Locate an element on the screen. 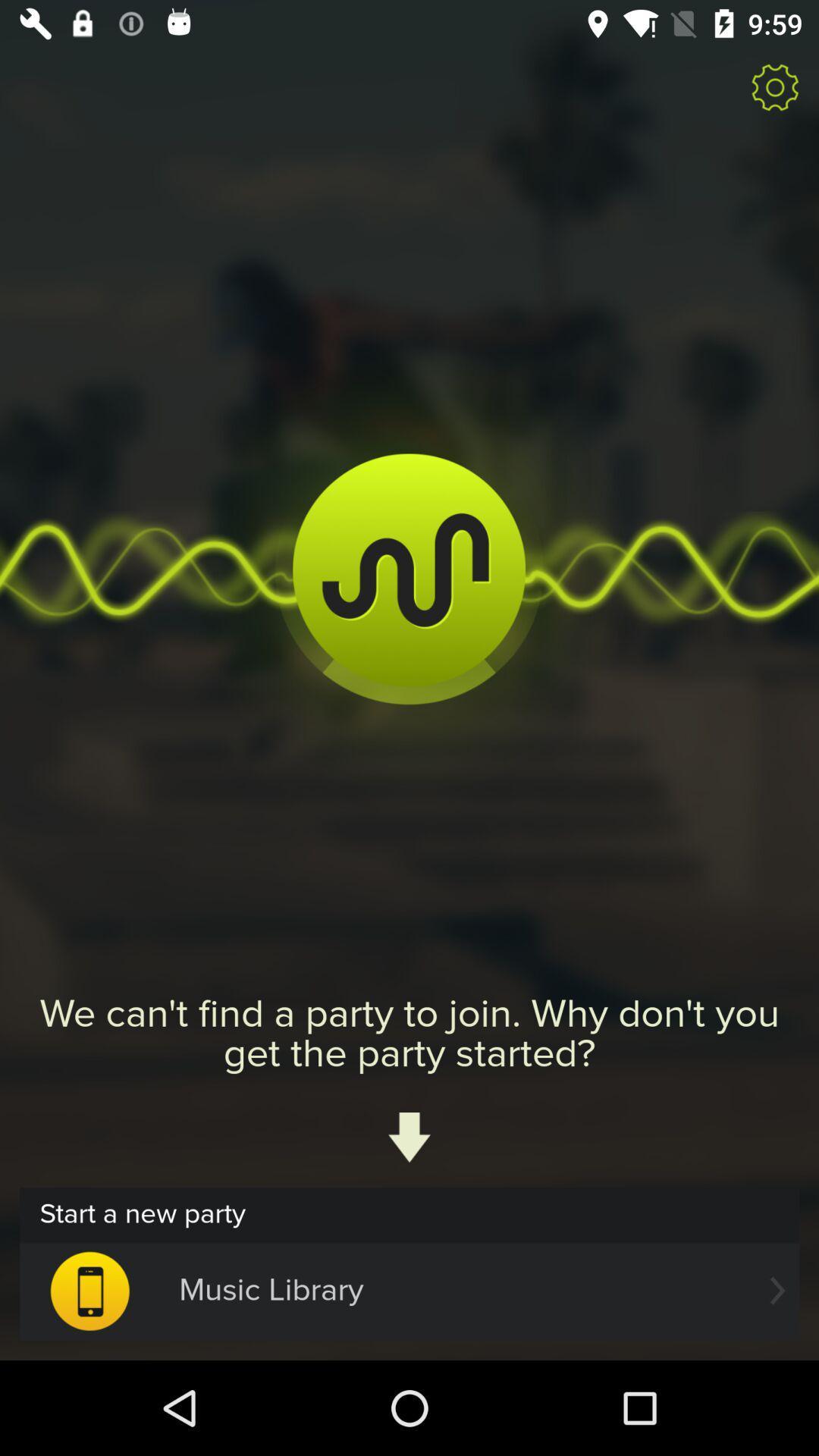  the icon at the top right corner is located at coordinates (775, 86).